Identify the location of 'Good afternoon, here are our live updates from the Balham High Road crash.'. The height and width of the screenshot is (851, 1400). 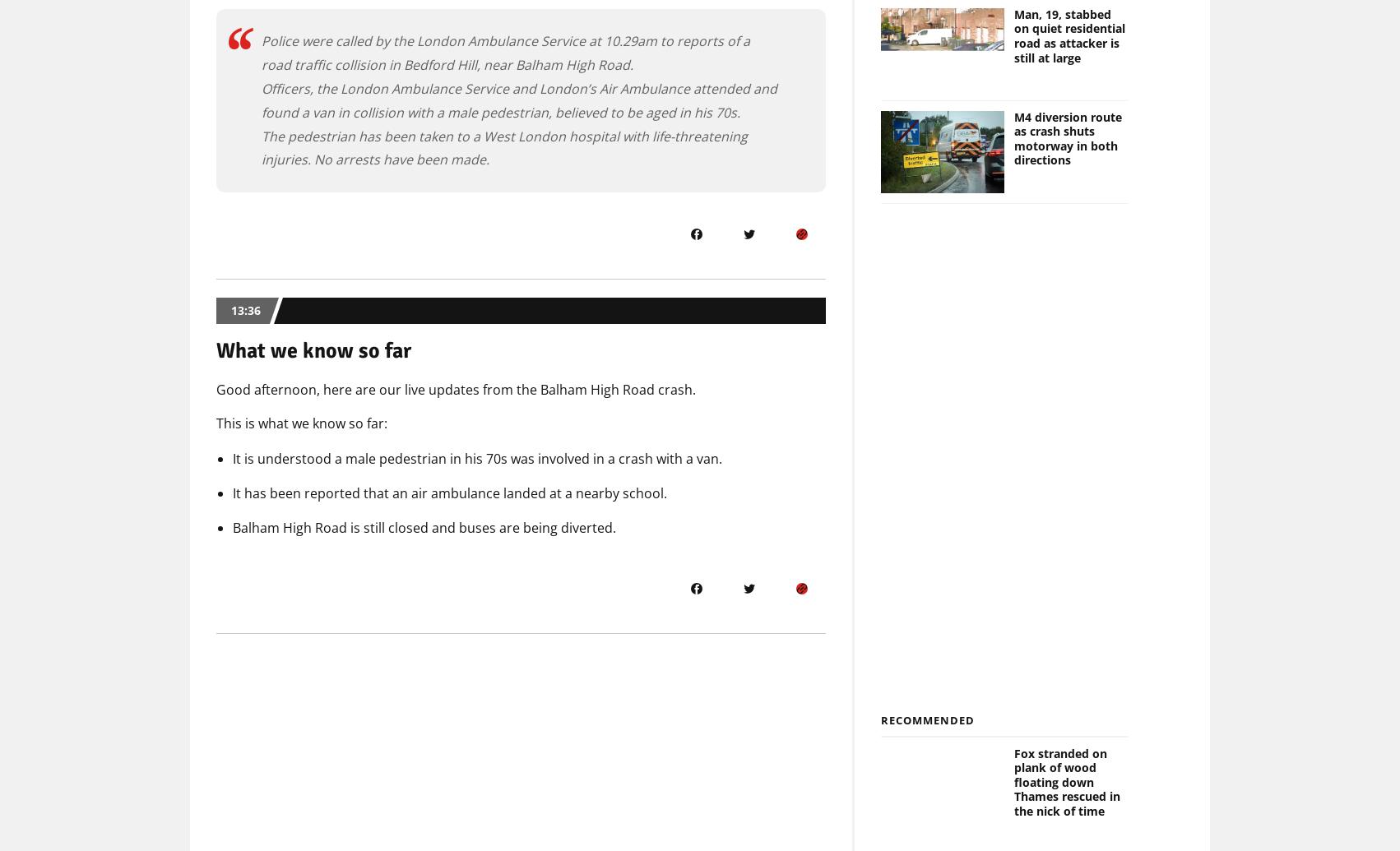
(455, 390).